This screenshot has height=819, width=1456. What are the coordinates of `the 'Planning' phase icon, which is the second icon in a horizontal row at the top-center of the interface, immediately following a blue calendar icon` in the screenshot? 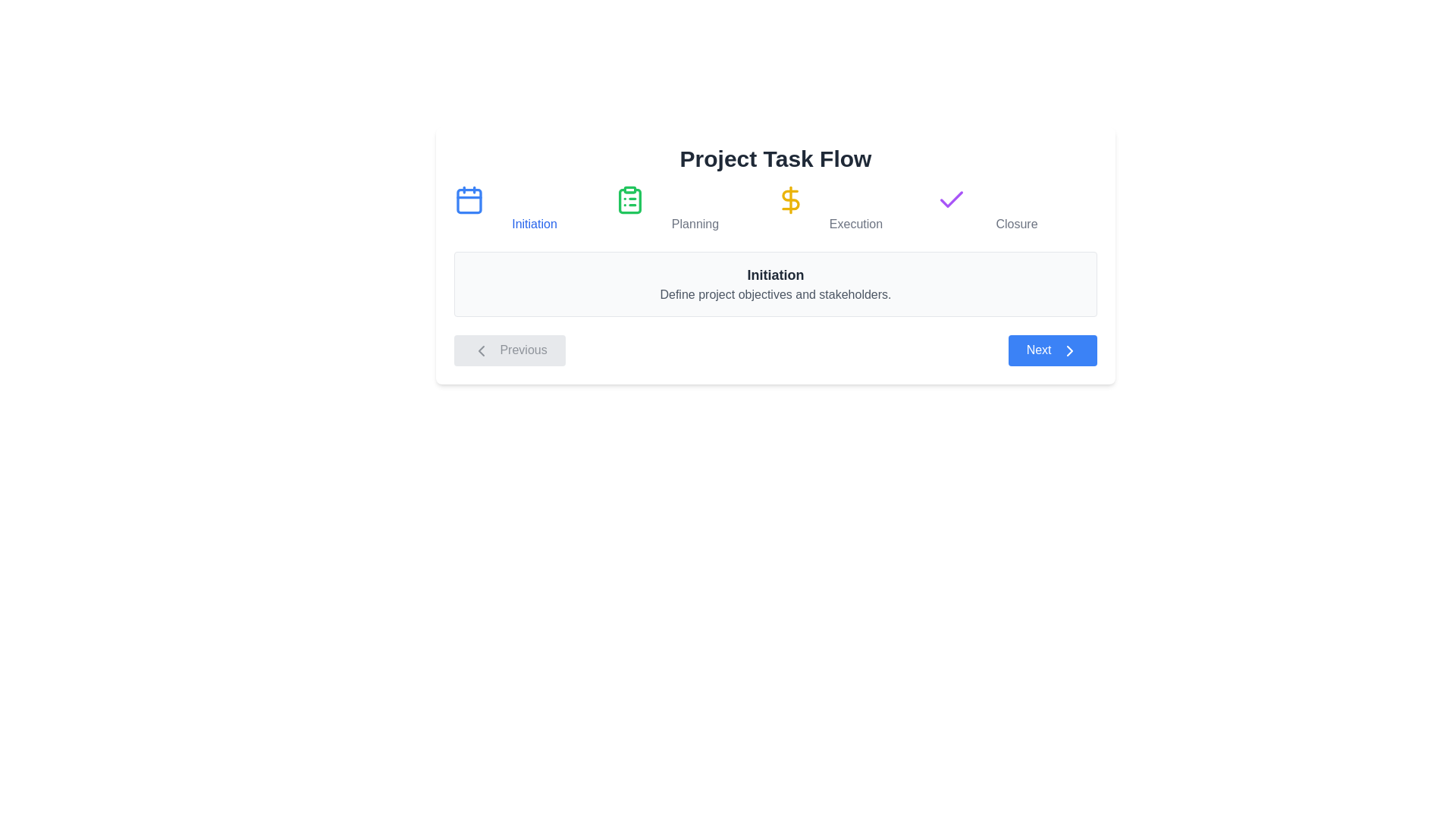 It's located at (629, 200).